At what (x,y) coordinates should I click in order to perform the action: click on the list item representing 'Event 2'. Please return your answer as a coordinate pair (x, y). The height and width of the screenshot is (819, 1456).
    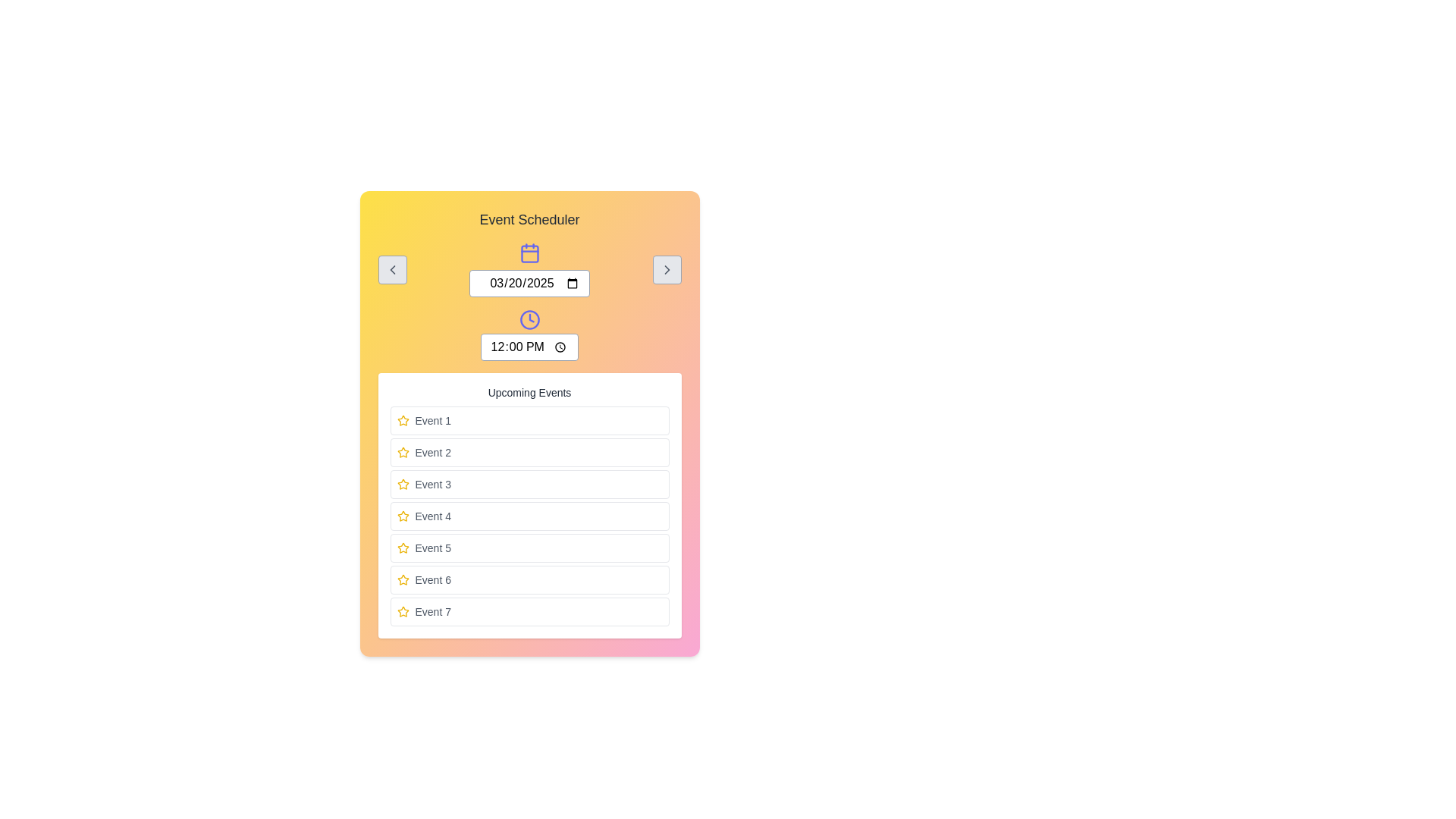
    Looking at the image, I should click on (529, 452).